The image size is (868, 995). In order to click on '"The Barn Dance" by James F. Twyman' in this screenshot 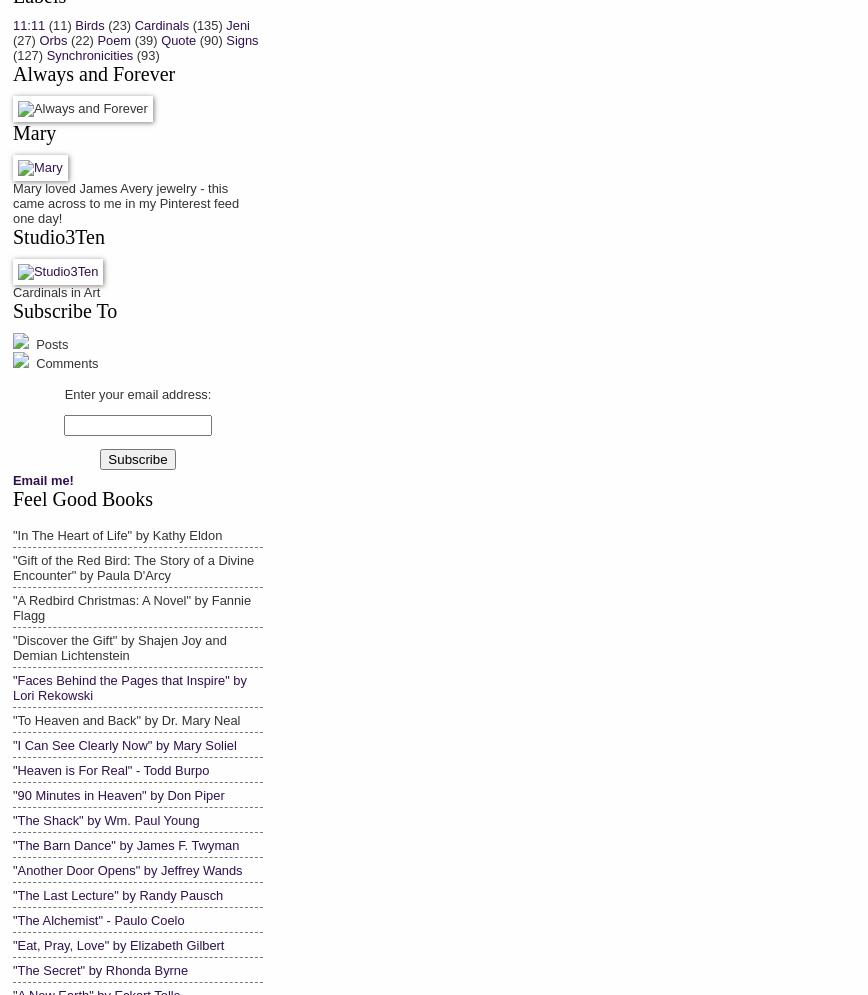, I will do `click(13, 844)`.